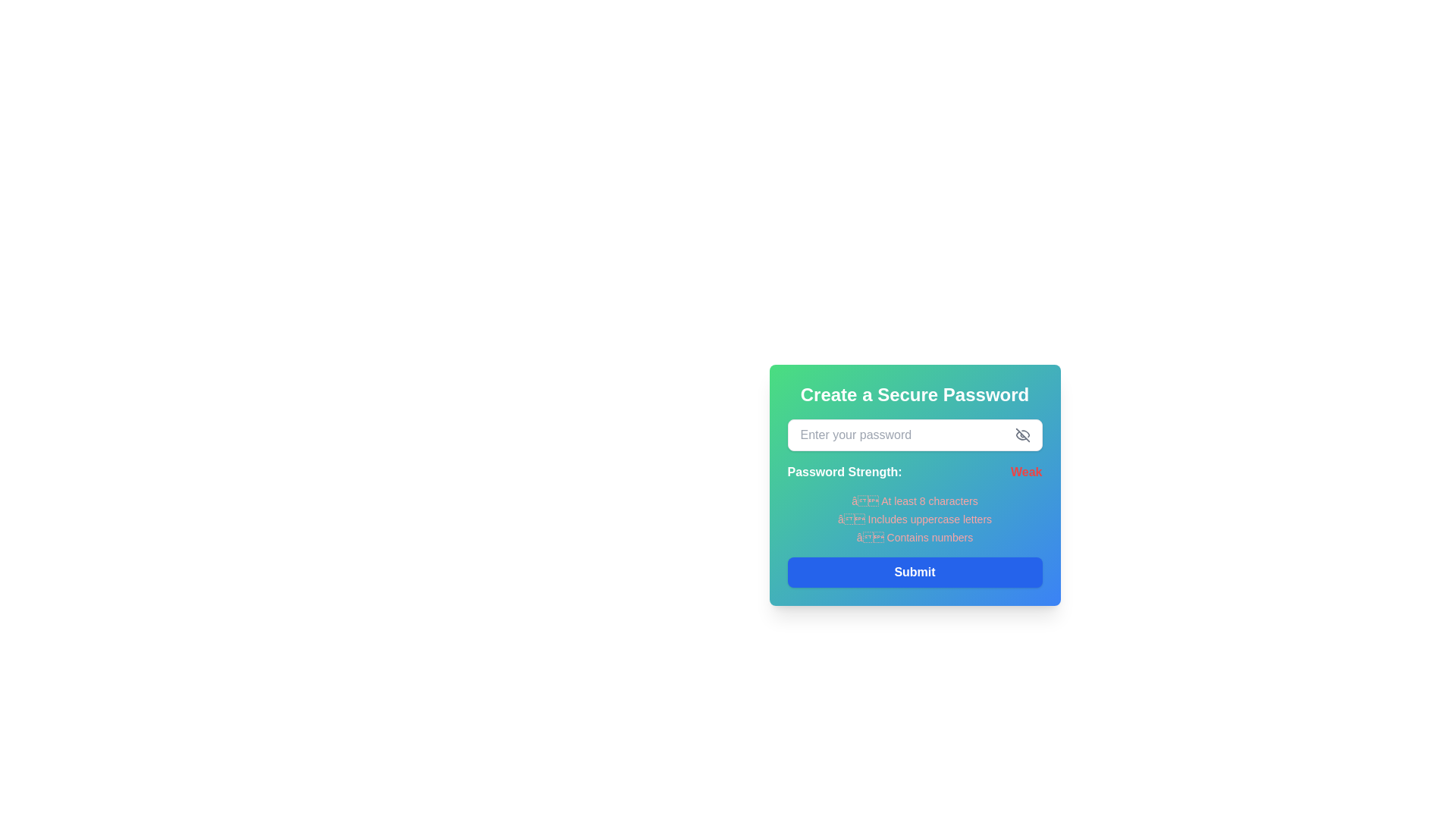  What do you see at coordinates (914, 573) in the screenshot?
I see `the submission button located at the bottom of the card interface` at bounding box center [914, 573].